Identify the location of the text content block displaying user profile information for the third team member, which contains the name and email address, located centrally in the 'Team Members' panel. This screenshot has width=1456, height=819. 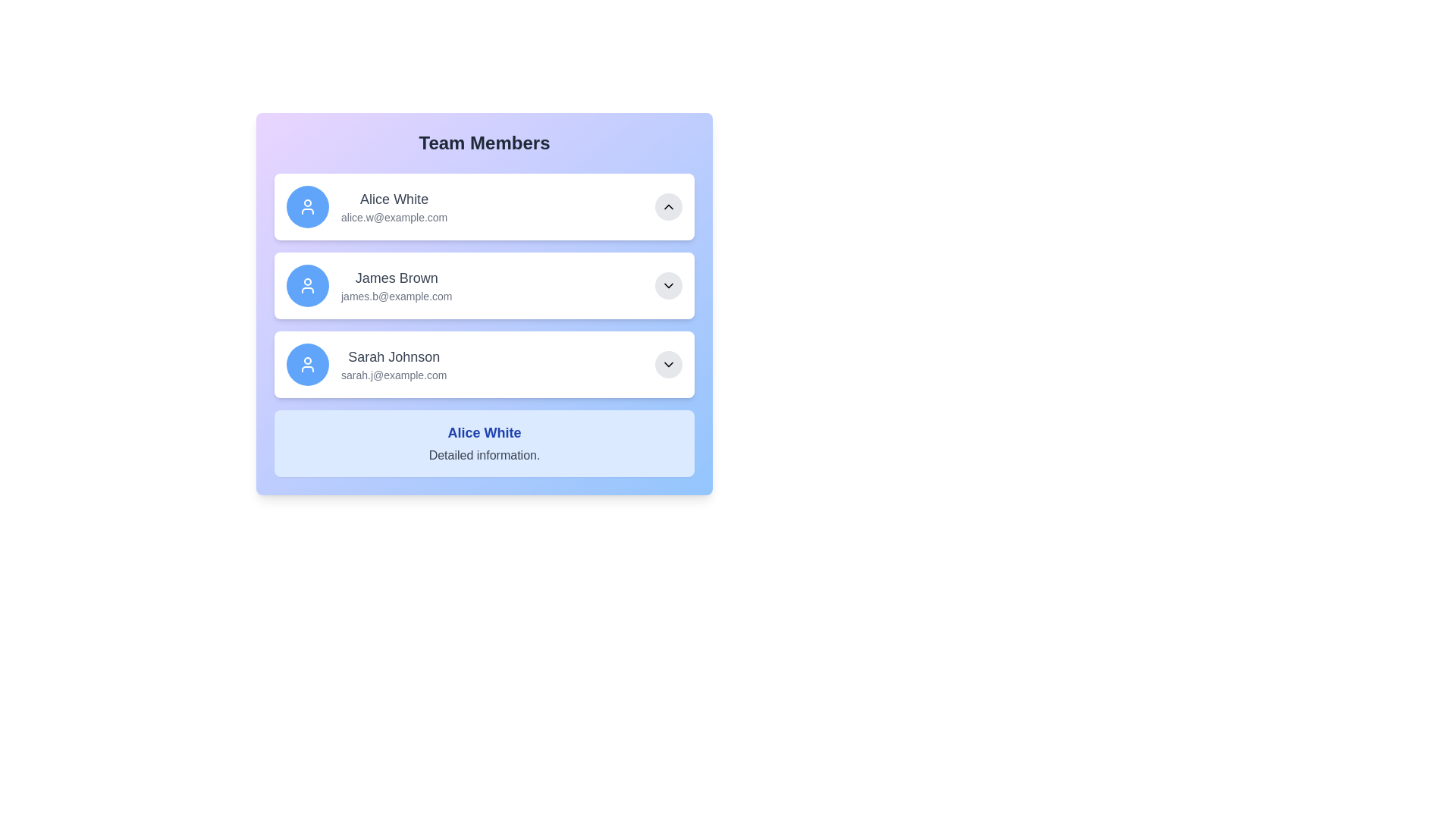
(394, 365).